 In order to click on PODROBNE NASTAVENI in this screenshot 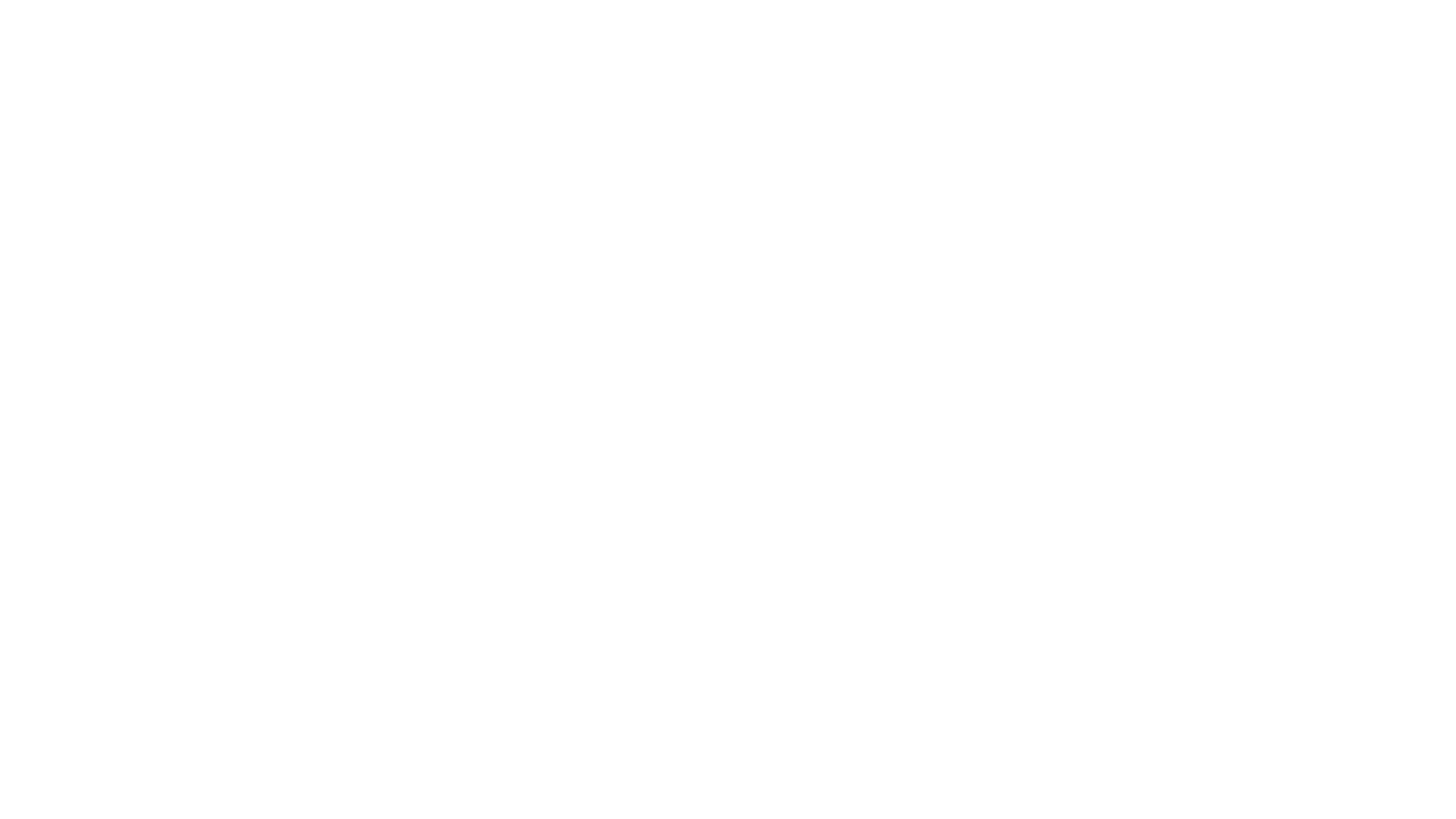, I will do `click(1081, 788)`.